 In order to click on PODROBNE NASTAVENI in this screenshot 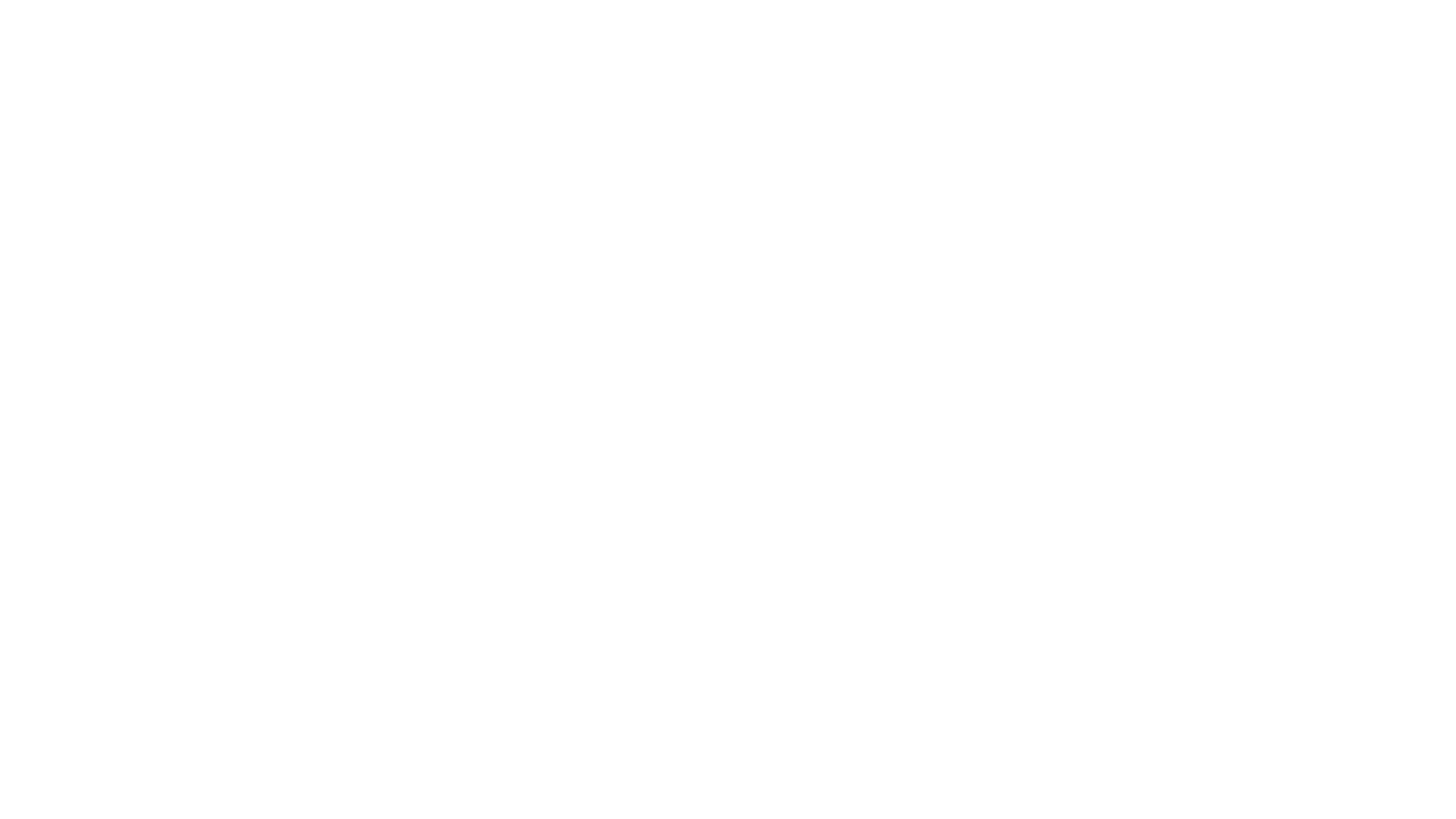, I will do `click(1081, 788)`.